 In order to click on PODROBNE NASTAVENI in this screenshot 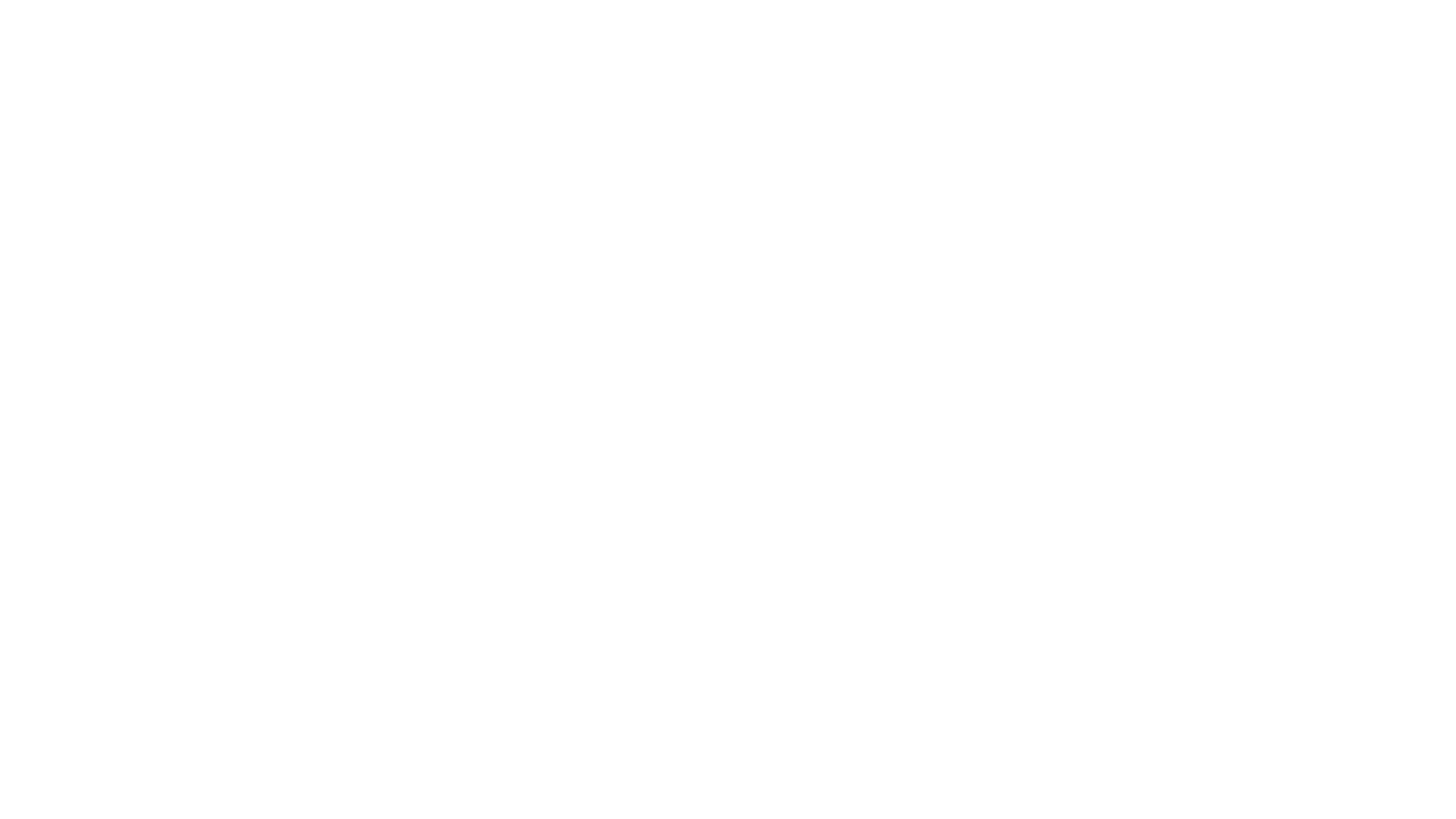, I will do `click(1081, 788)`.